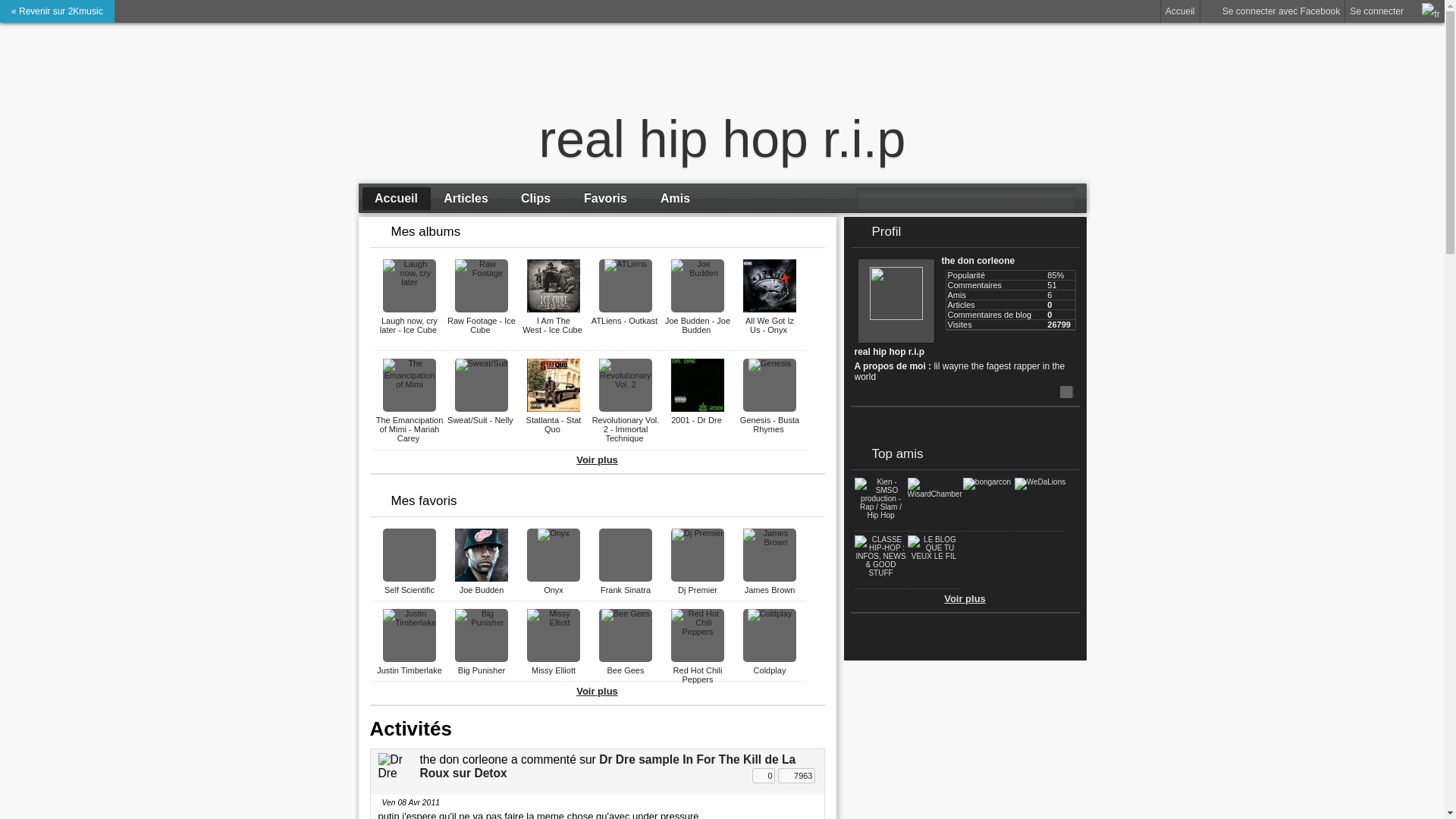 This screenshot has height=819, width=1456. I want to click on 'Self Scientific', so click(409, 589).